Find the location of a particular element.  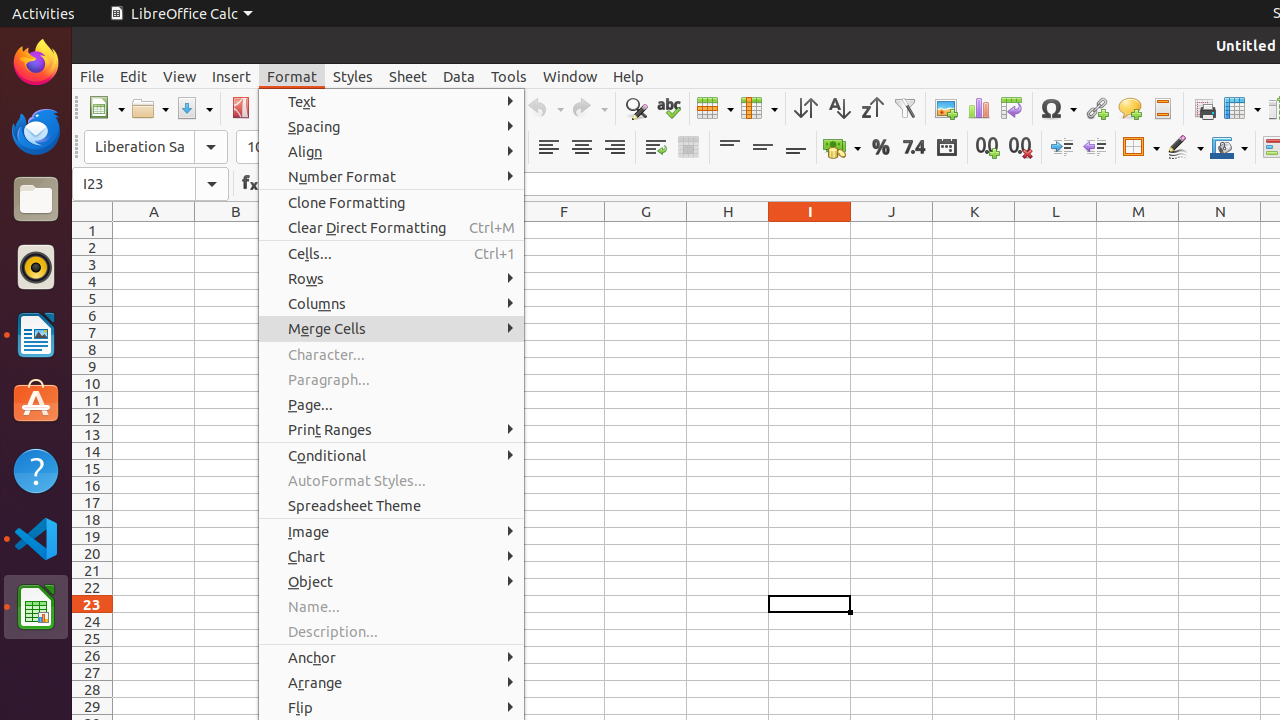

'Font Name' is located at coordinates (155, 146).